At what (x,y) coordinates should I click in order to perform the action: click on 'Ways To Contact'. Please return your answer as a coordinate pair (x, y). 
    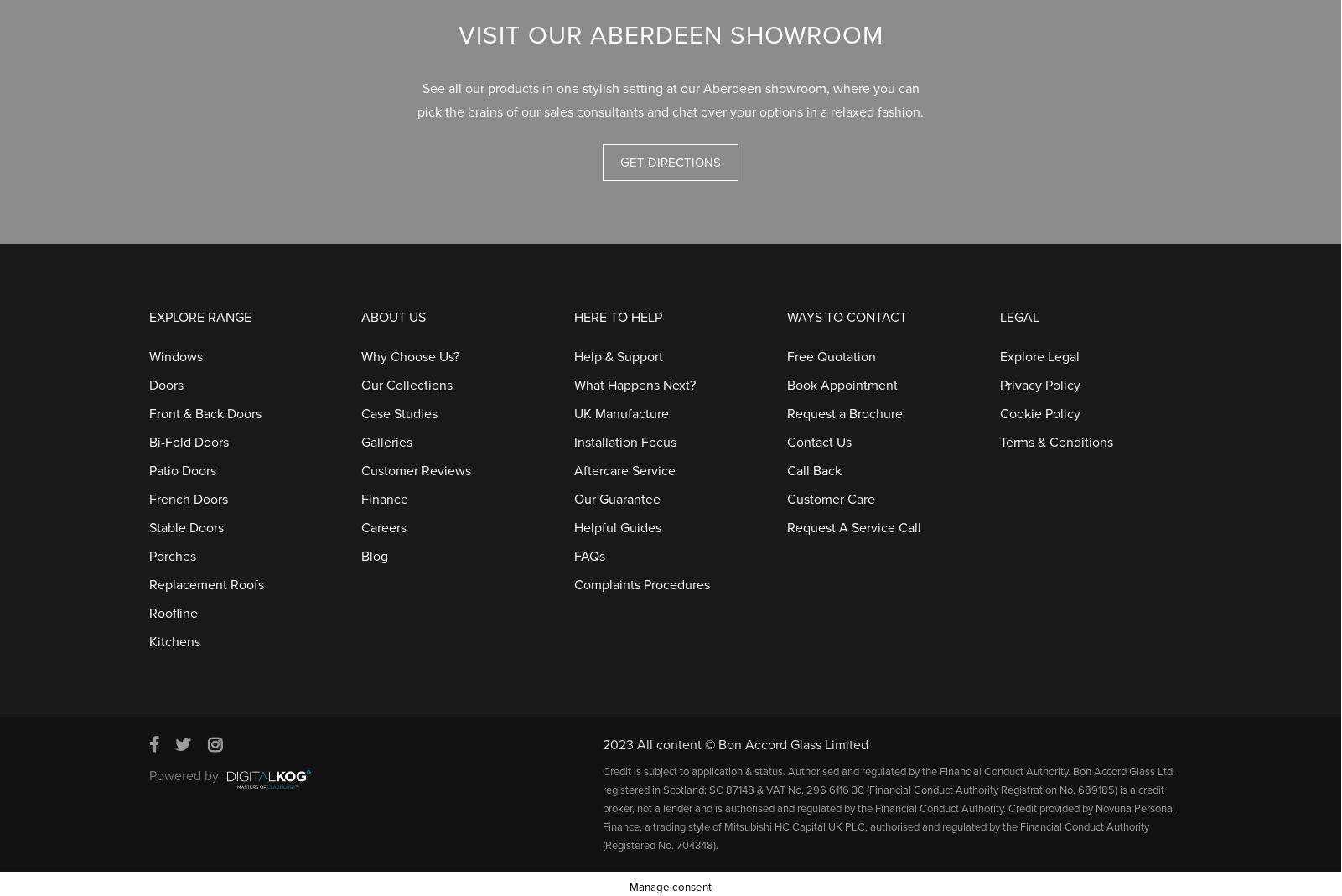
    Looking at the image, I should click on (846, 309).